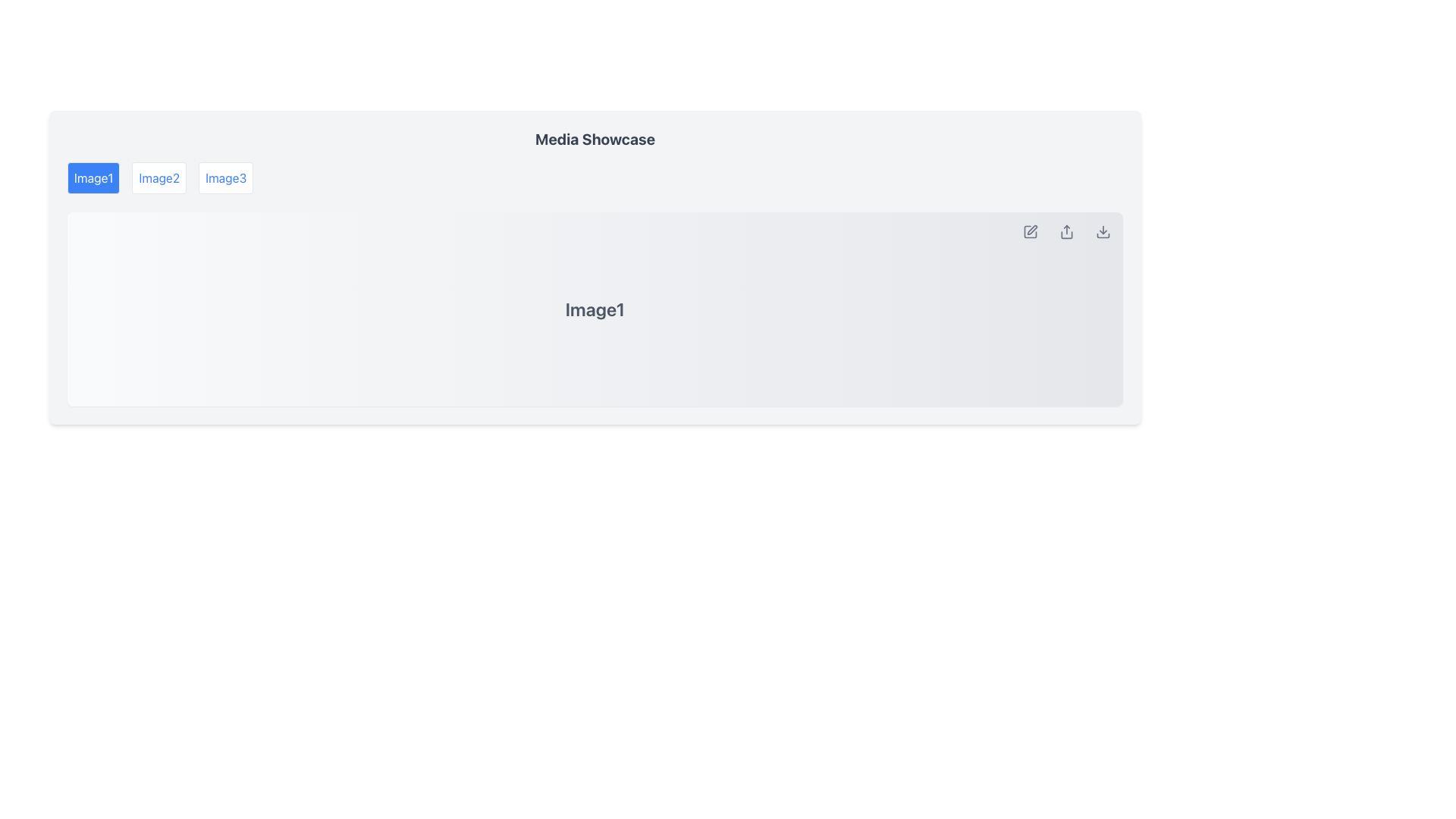 Image resolution: width=1456 pixels, height=819 pixels. I want to click on the gray sharing icon, which resembles a tray with an upward arrow, located at the top-right corner of the component labeled 'Image1', so click(1065, 231).